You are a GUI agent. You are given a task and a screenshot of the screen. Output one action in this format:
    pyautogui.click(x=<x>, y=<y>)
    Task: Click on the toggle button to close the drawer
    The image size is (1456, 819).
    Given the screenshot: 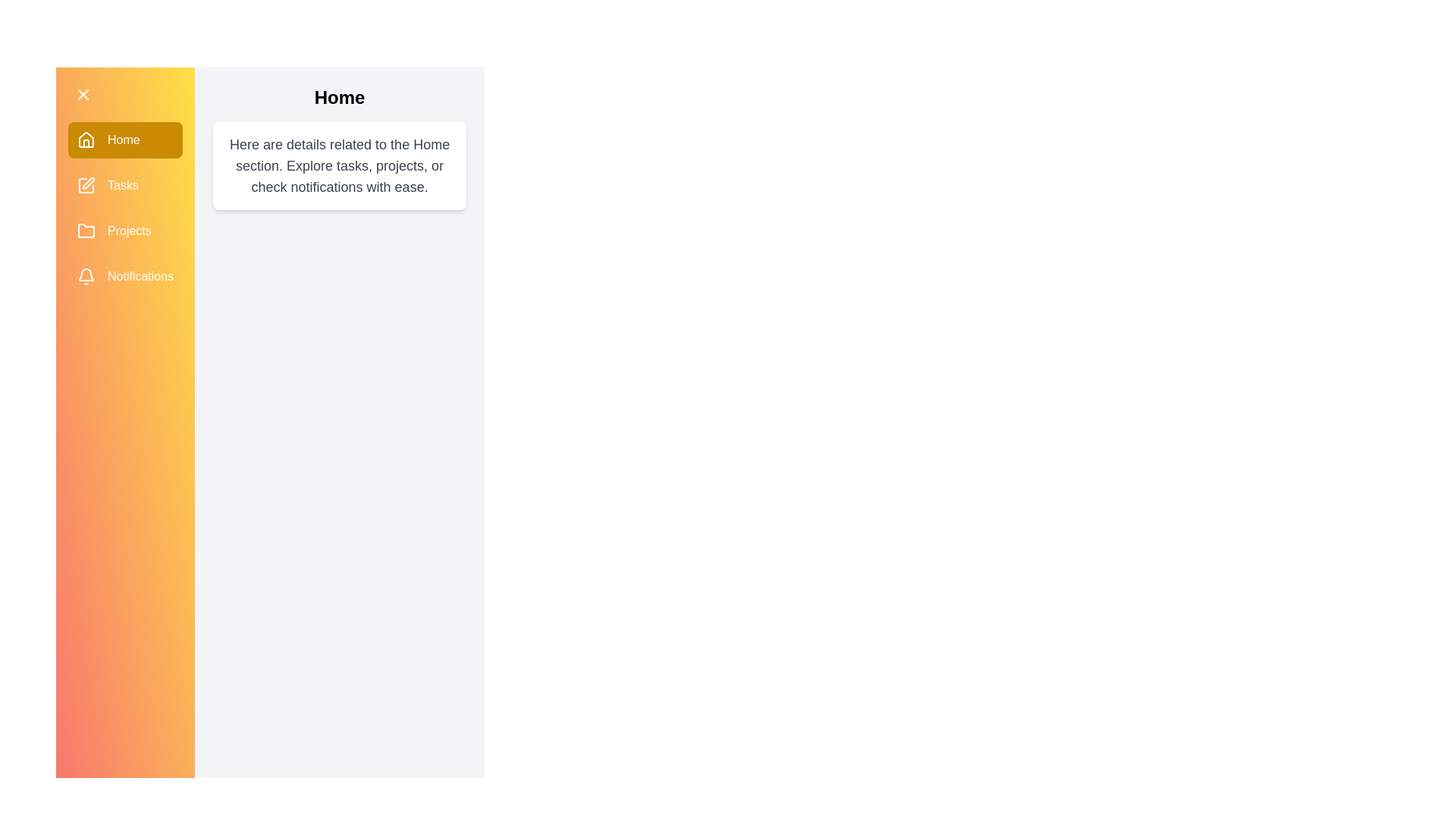 What is the action you would take?
    pyautogui.click(x=124, y=94)
    